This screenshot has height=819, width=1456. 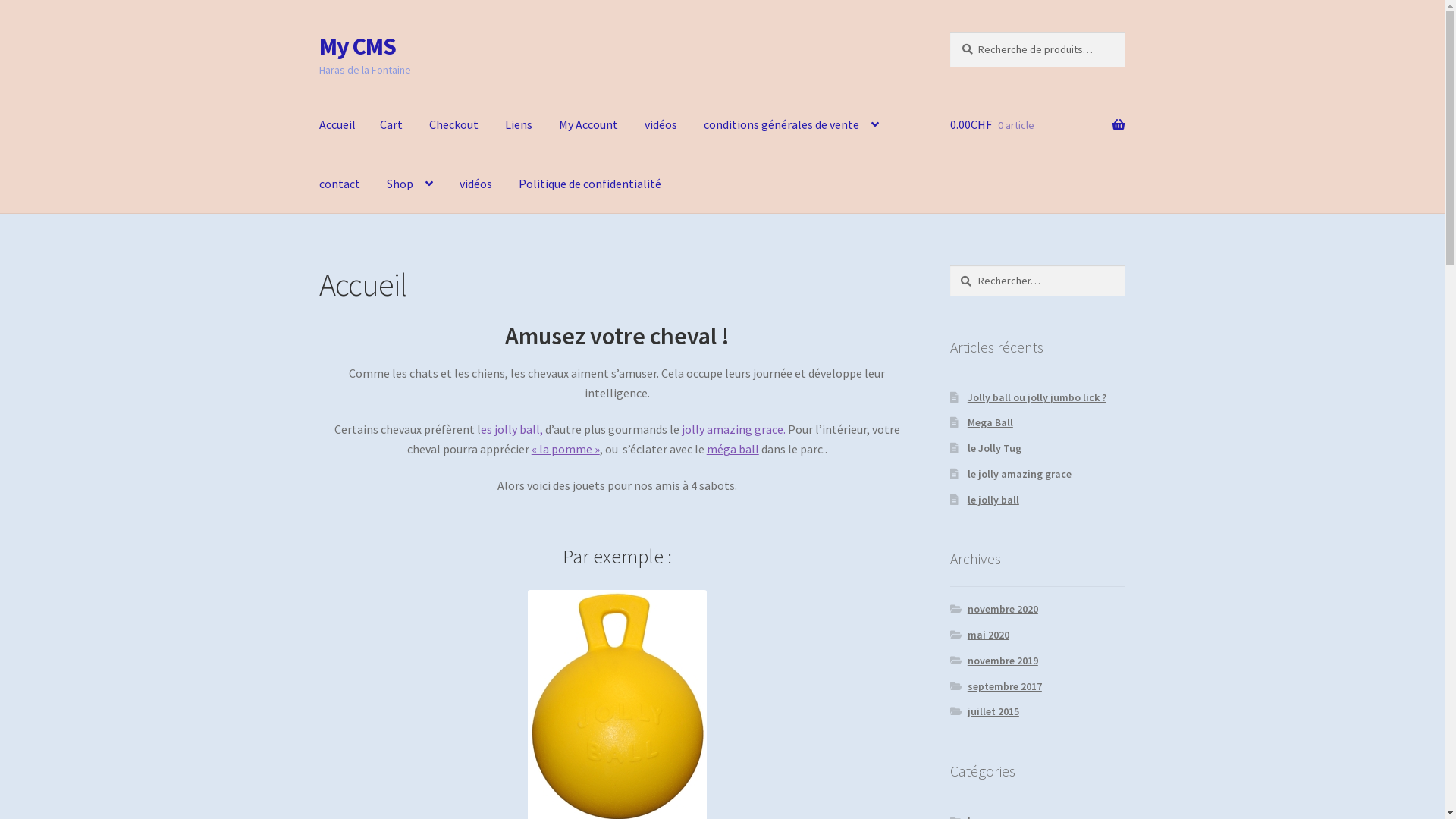 What do you see at coordinates (770, 429) in the screenshot?
I see `'grace.'` at bounding box center [770, 429].